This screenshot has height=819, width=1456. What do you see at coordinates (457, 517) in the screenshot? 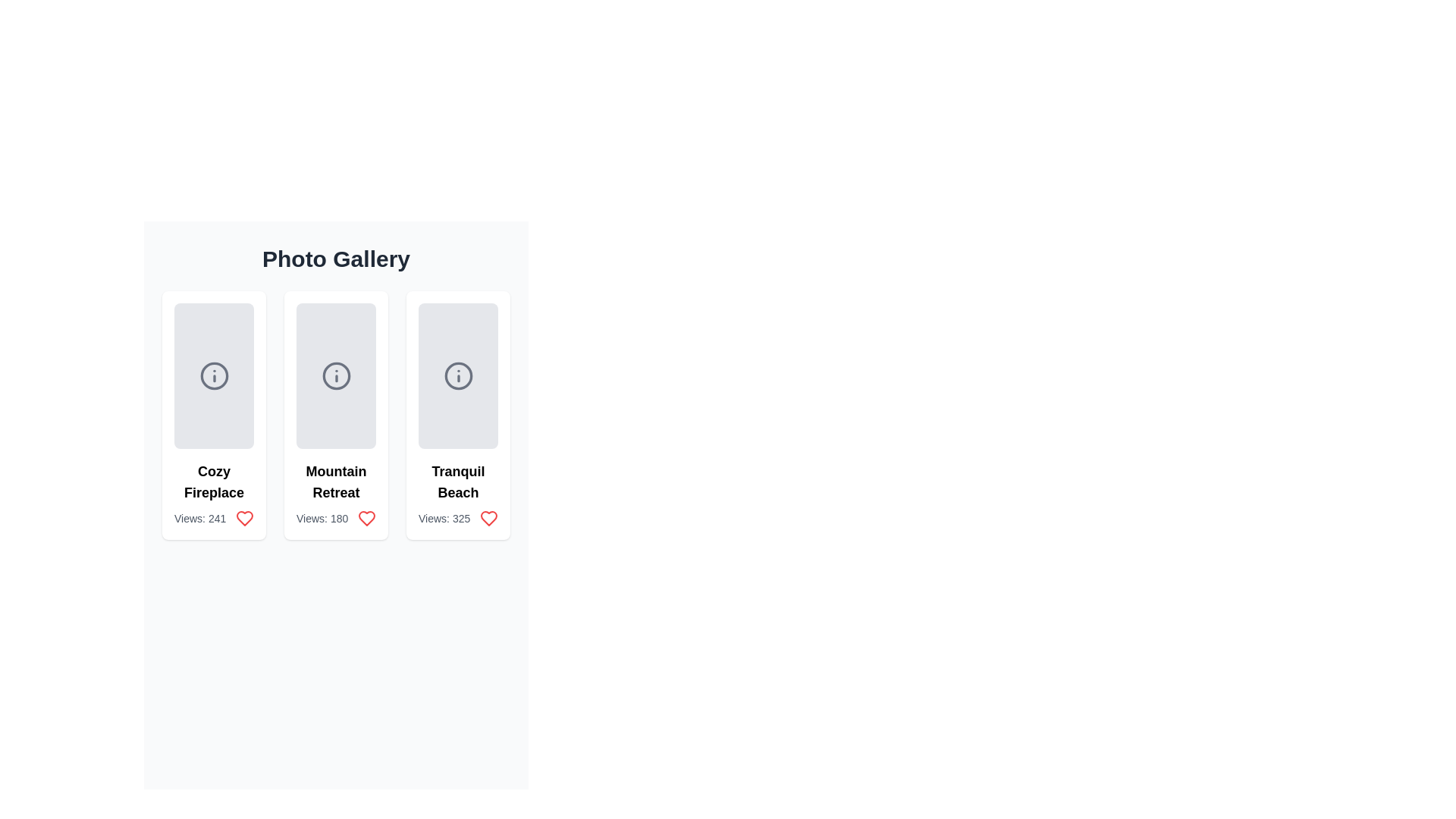
I see `the informational text label displaying the number of views (325) for the 'Tranquil Beach' content, located at the bottom of the 'Tranquil Beach' card in the Photo Gallery section` at bounding box center [457, 517].